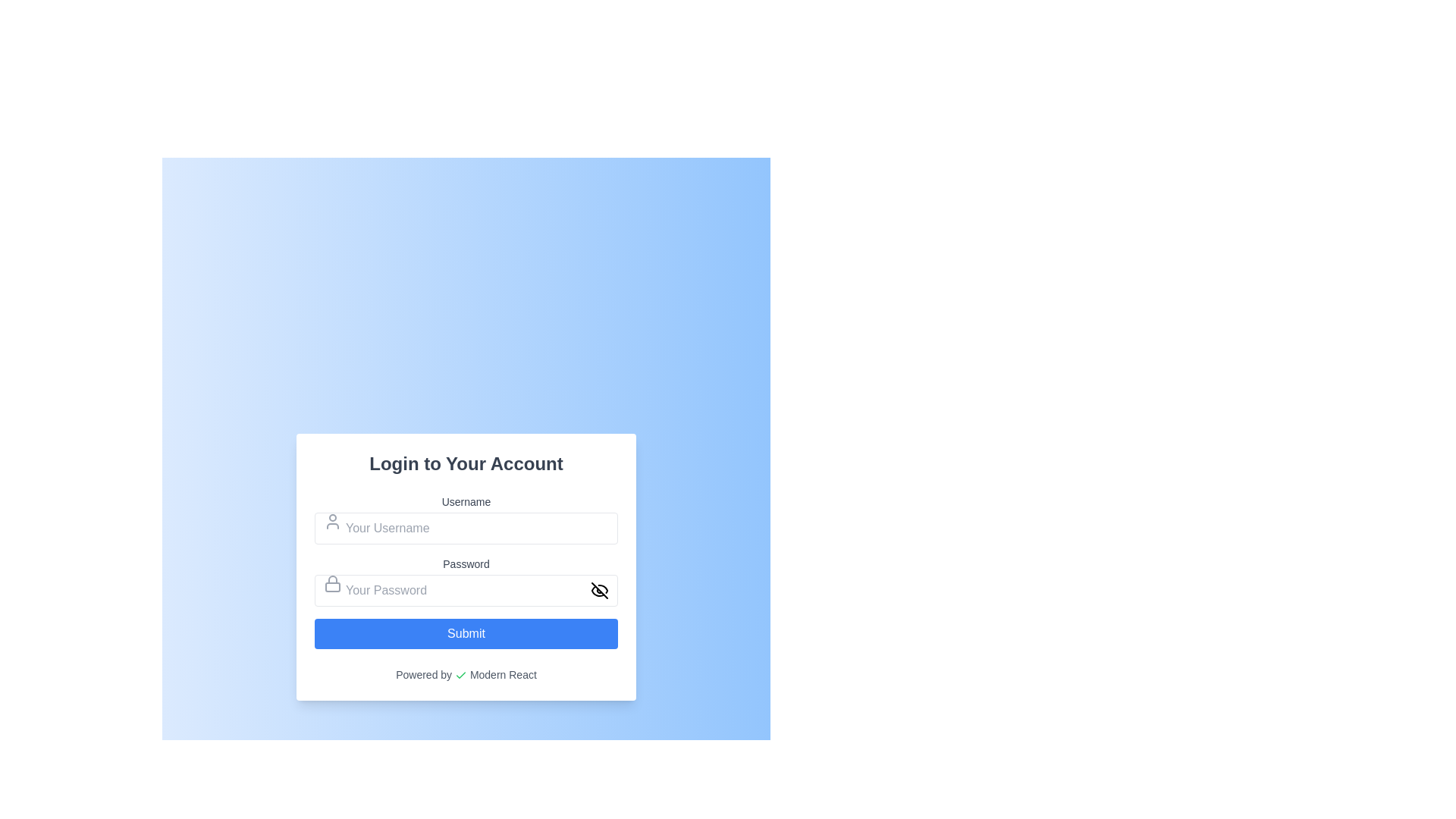 The image size is (1456, 819). Describe the element at coordinates (460, 675) in the screenshot. I see `the green checkmark icon located in the footer of the login box, to the left of the text 'Powered by Modern React'` at that location.